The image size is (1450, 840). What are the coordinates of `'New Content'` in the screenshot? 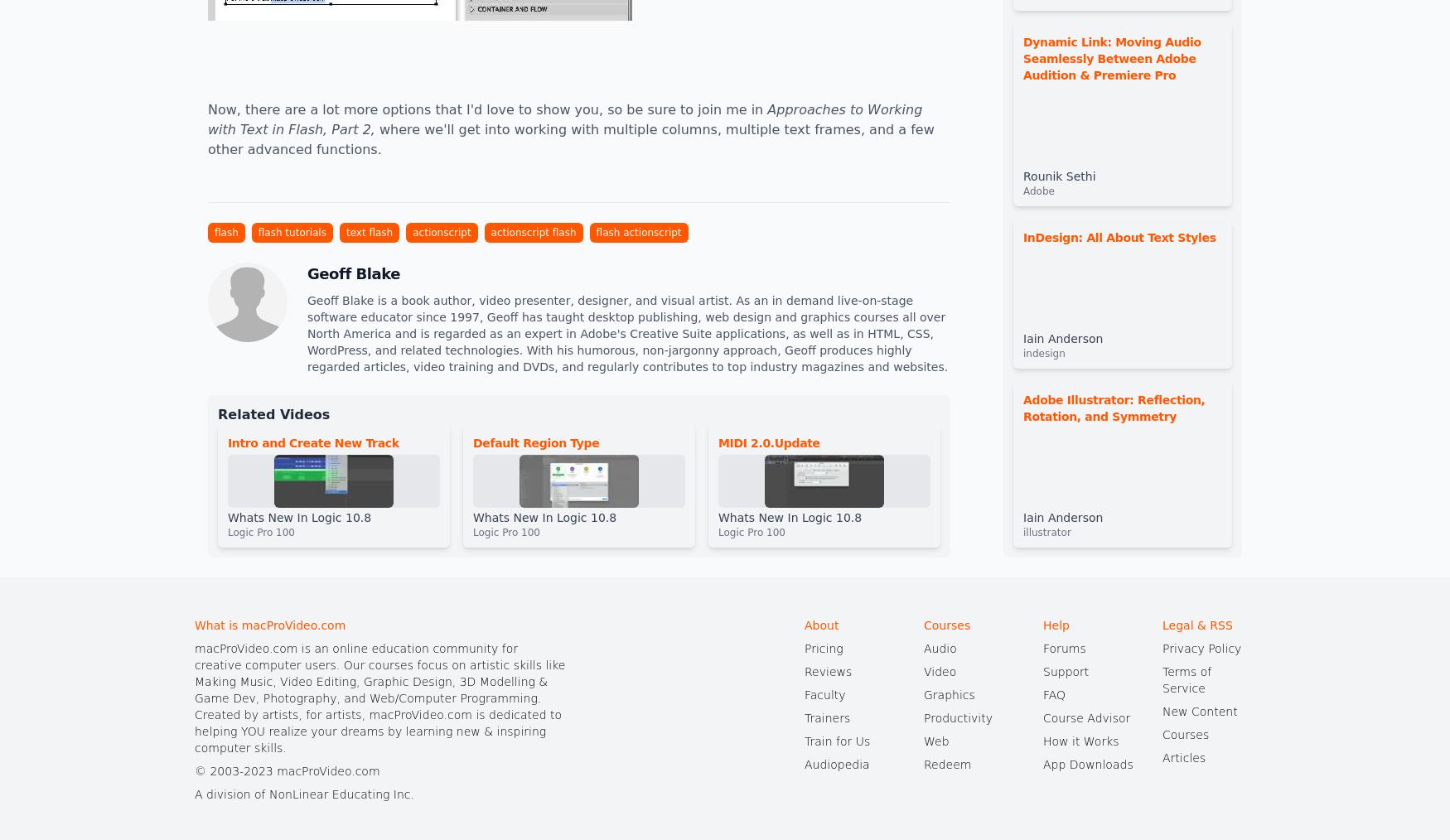 It's located at (1199, 710).